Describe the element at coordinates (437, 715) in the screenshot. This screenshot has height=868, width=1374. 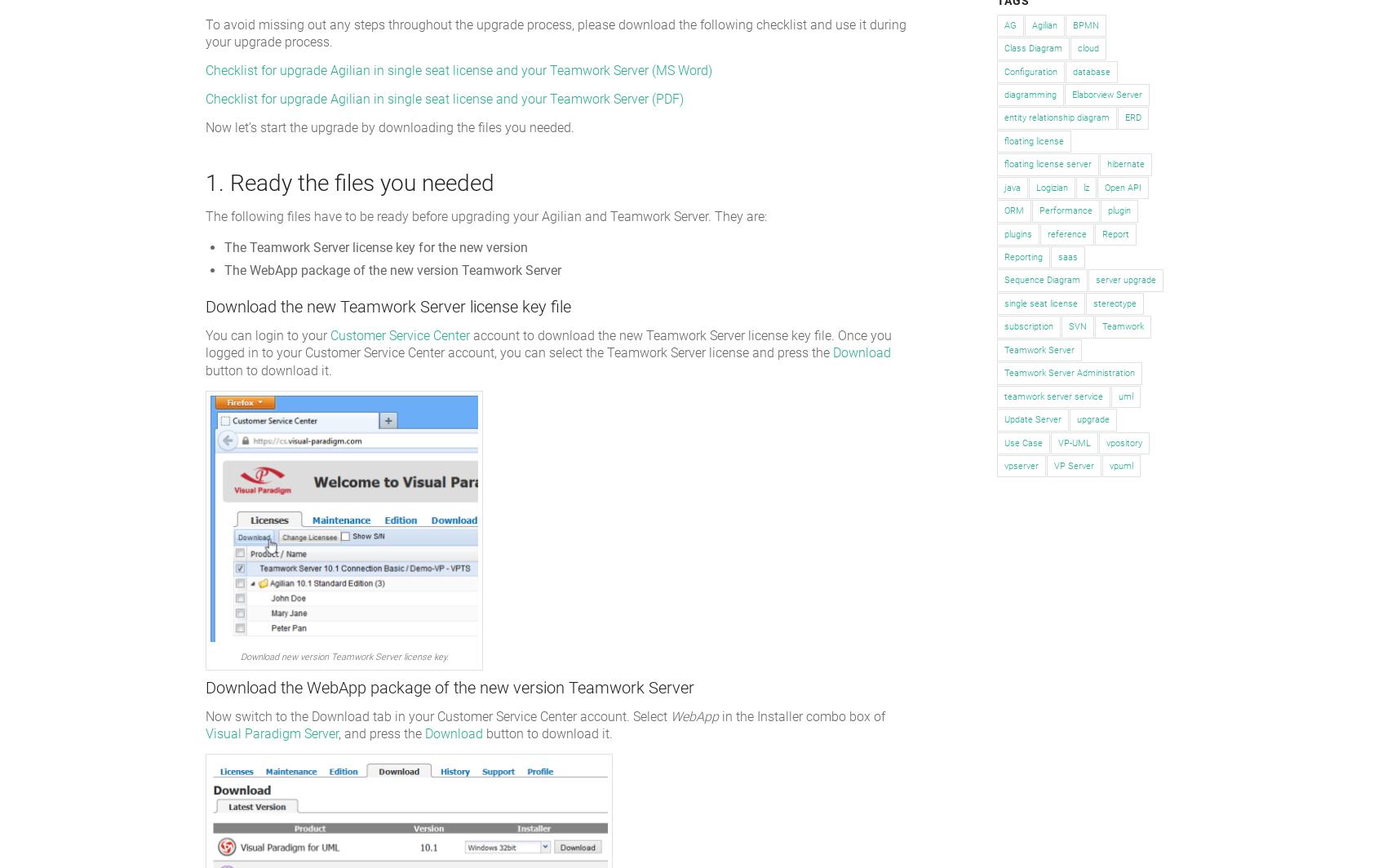
I see `'Now switch to the Download tab in your Customer Service Center account. Select'` at that location.